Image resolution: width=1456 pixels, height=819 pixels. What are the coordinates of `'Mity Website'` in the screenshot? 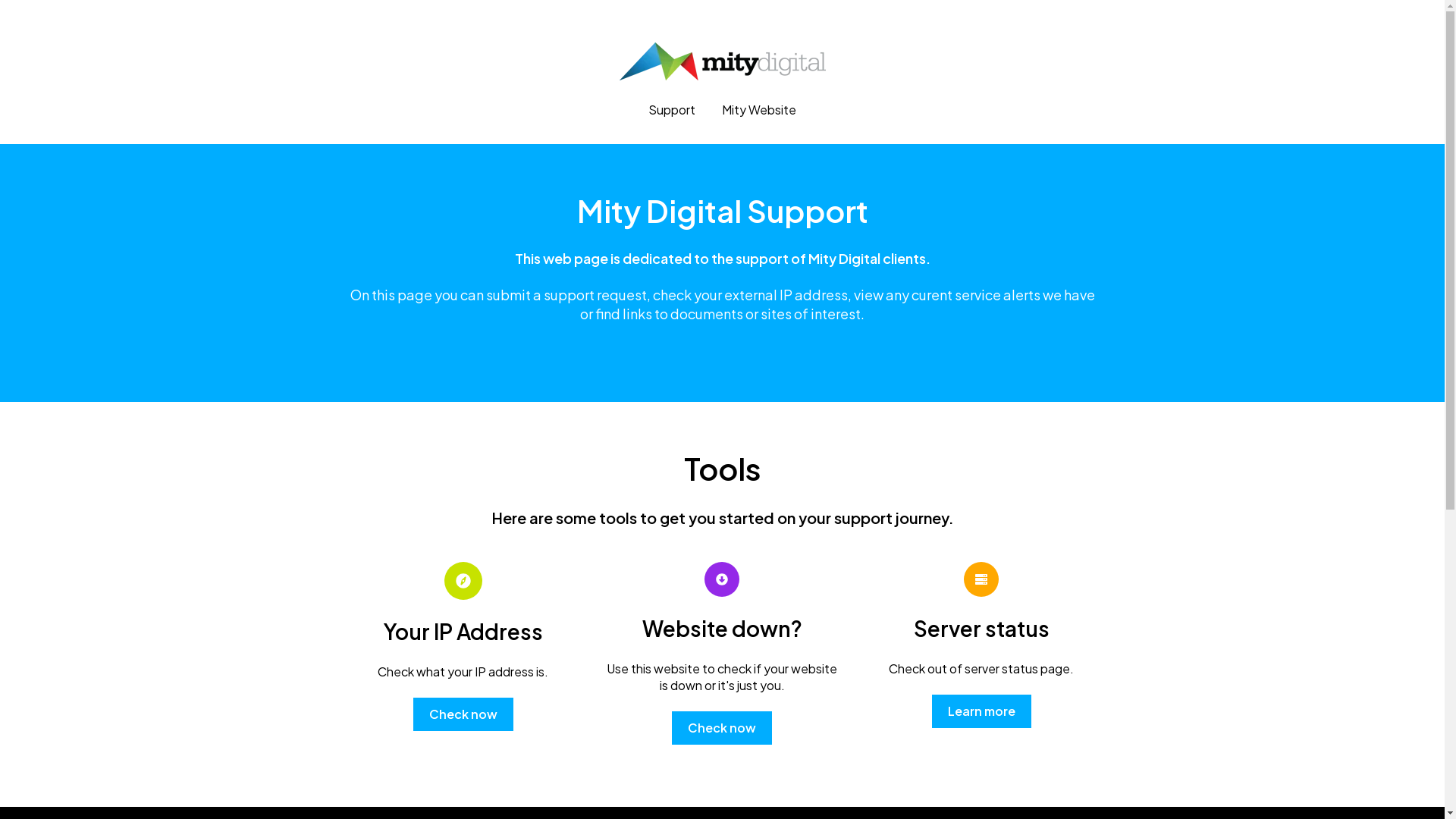 It's located at (720, 109).